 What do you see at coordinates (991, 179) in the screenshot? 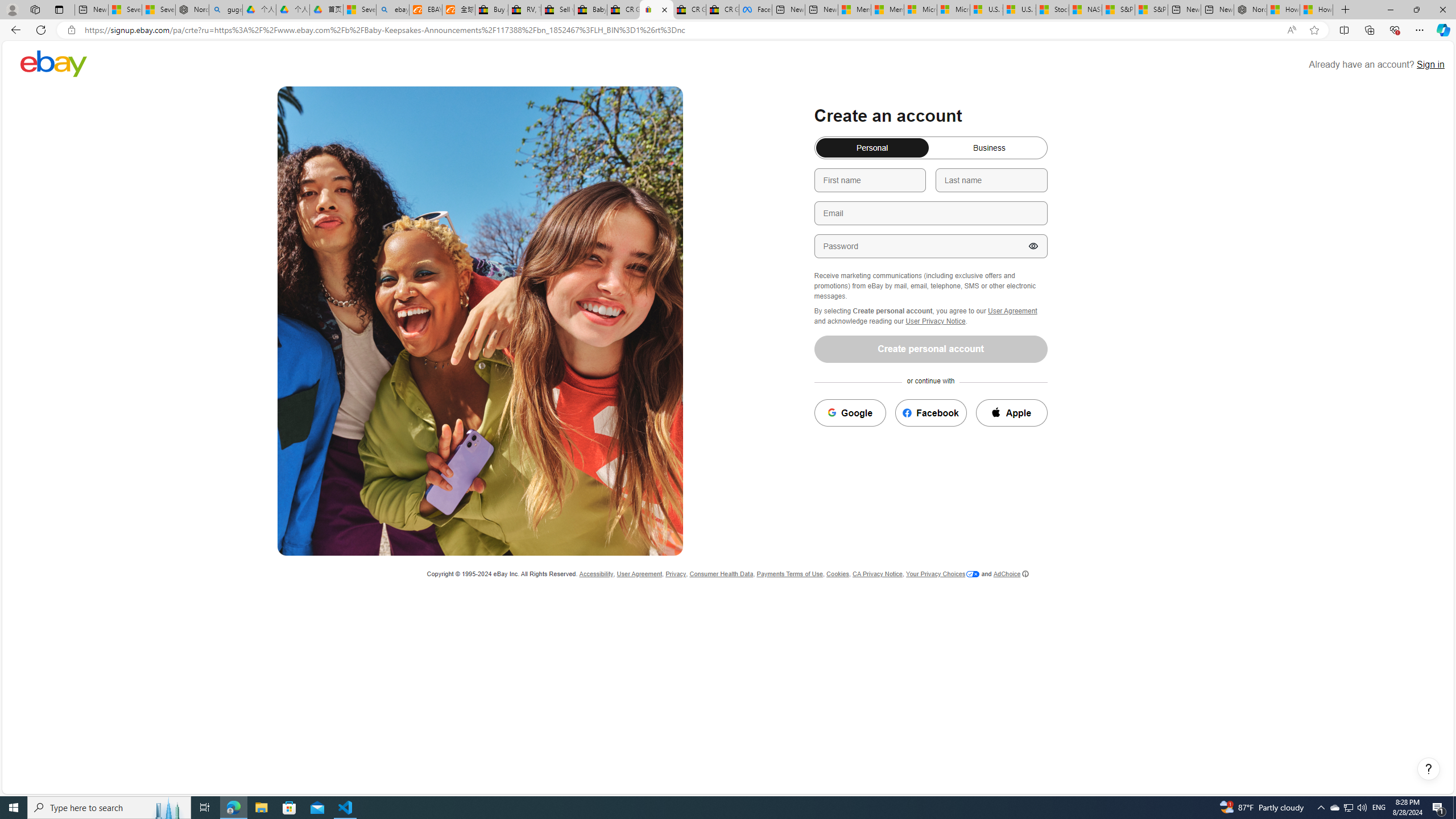
I see `'Last name'` at bounding box center [991, 179].